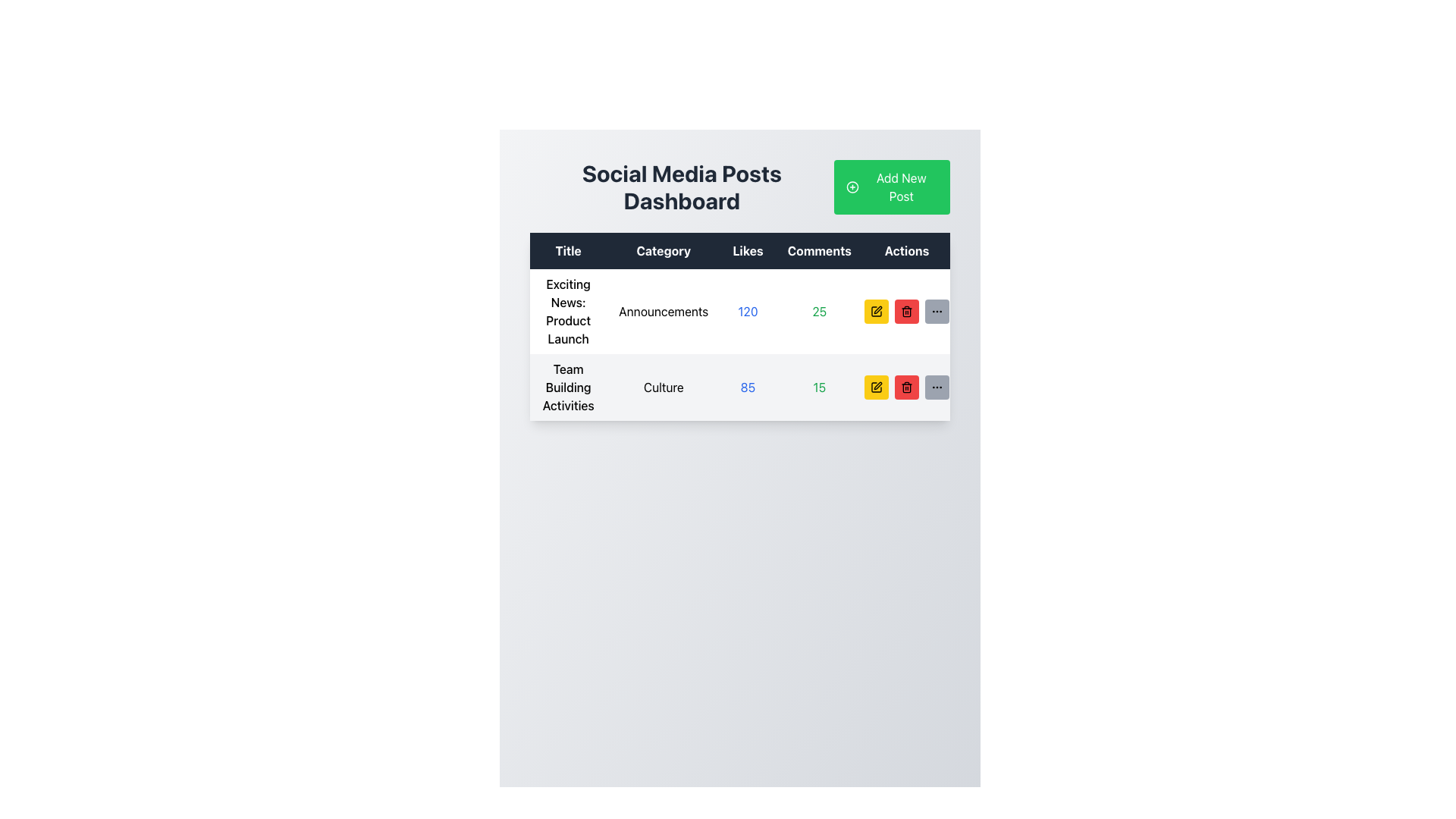  I want to click on displayed numeric value of likes for the 'Team Building Activities' item in the data table, located in the third column next to the column showing '15', so click(748, 386).